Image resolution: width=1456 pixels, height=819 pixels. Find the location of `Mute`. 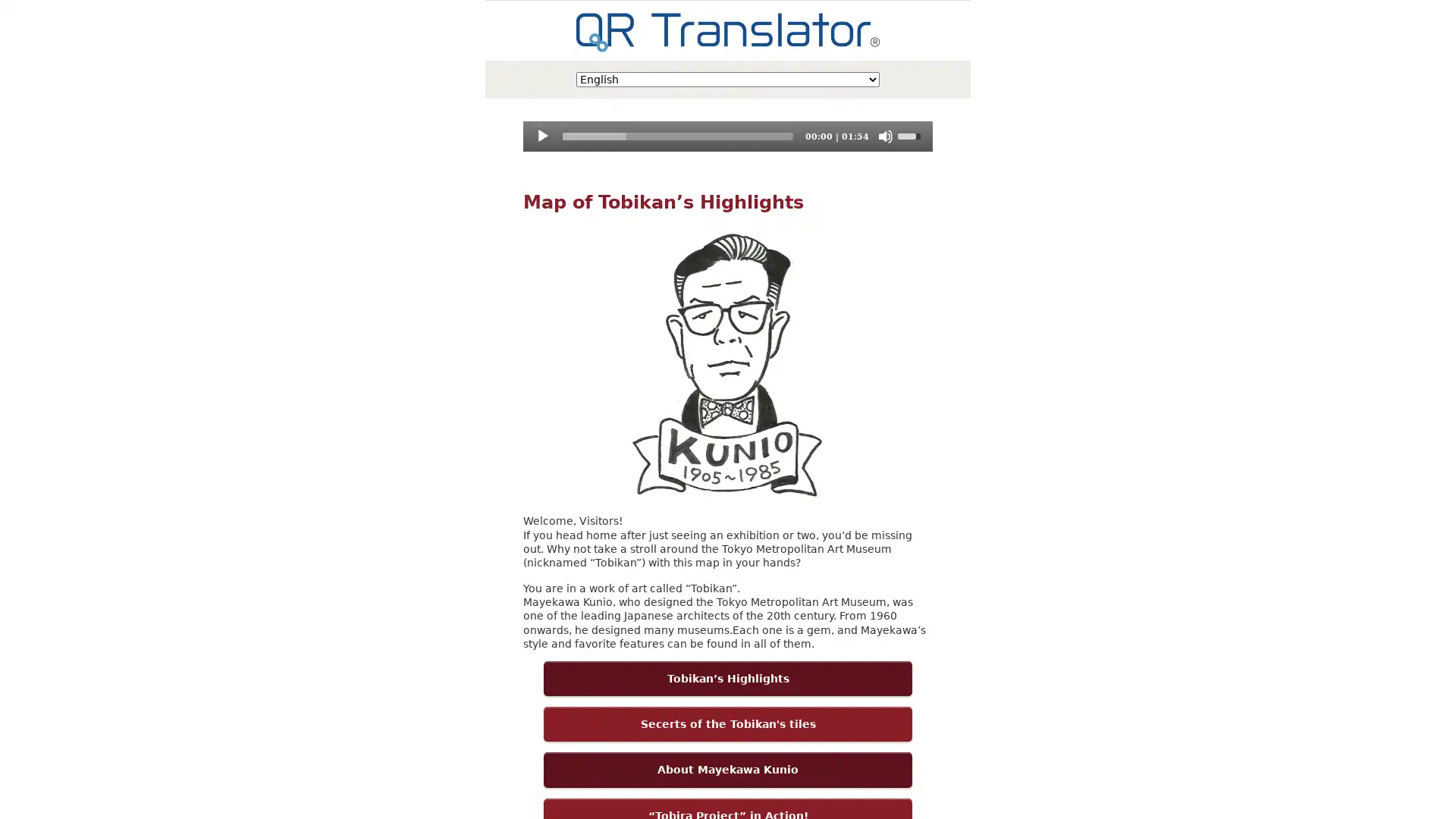

Mute is located at coordinates (884, 136).